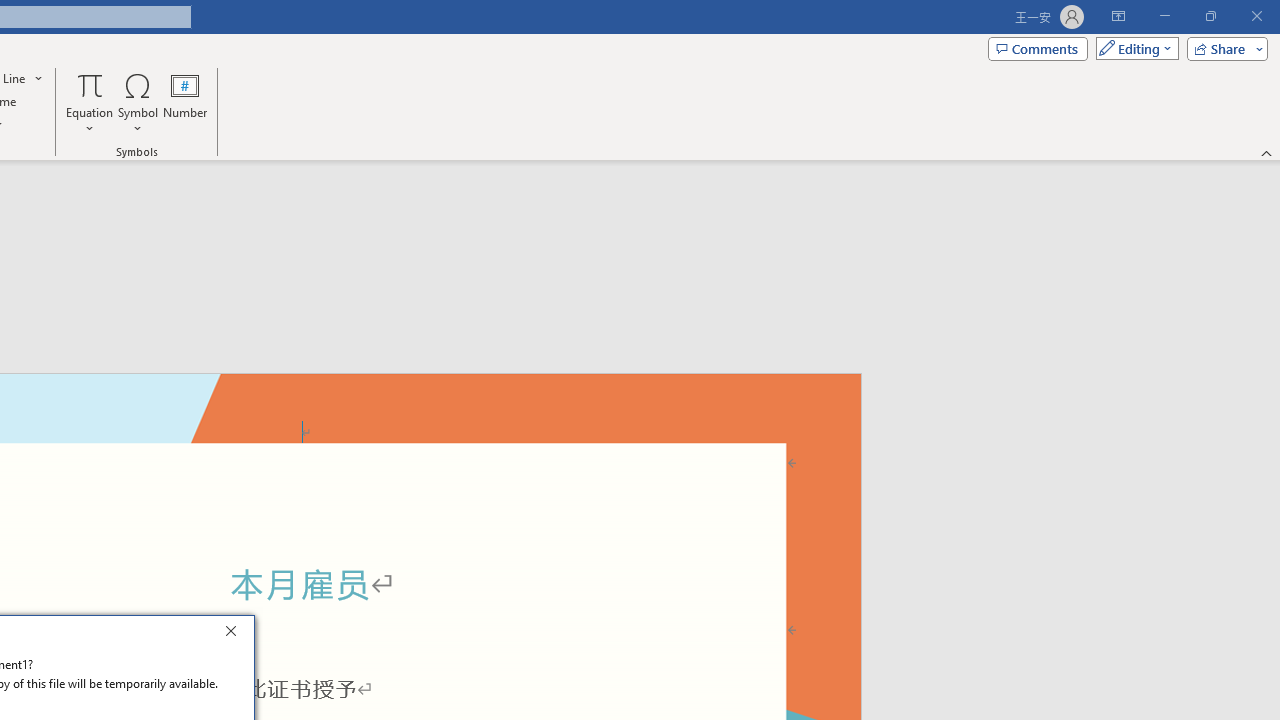 The width and height of the screenshot is (1280, 720). I want to click on 'Ribbon Display Options', so click(1117, 16).